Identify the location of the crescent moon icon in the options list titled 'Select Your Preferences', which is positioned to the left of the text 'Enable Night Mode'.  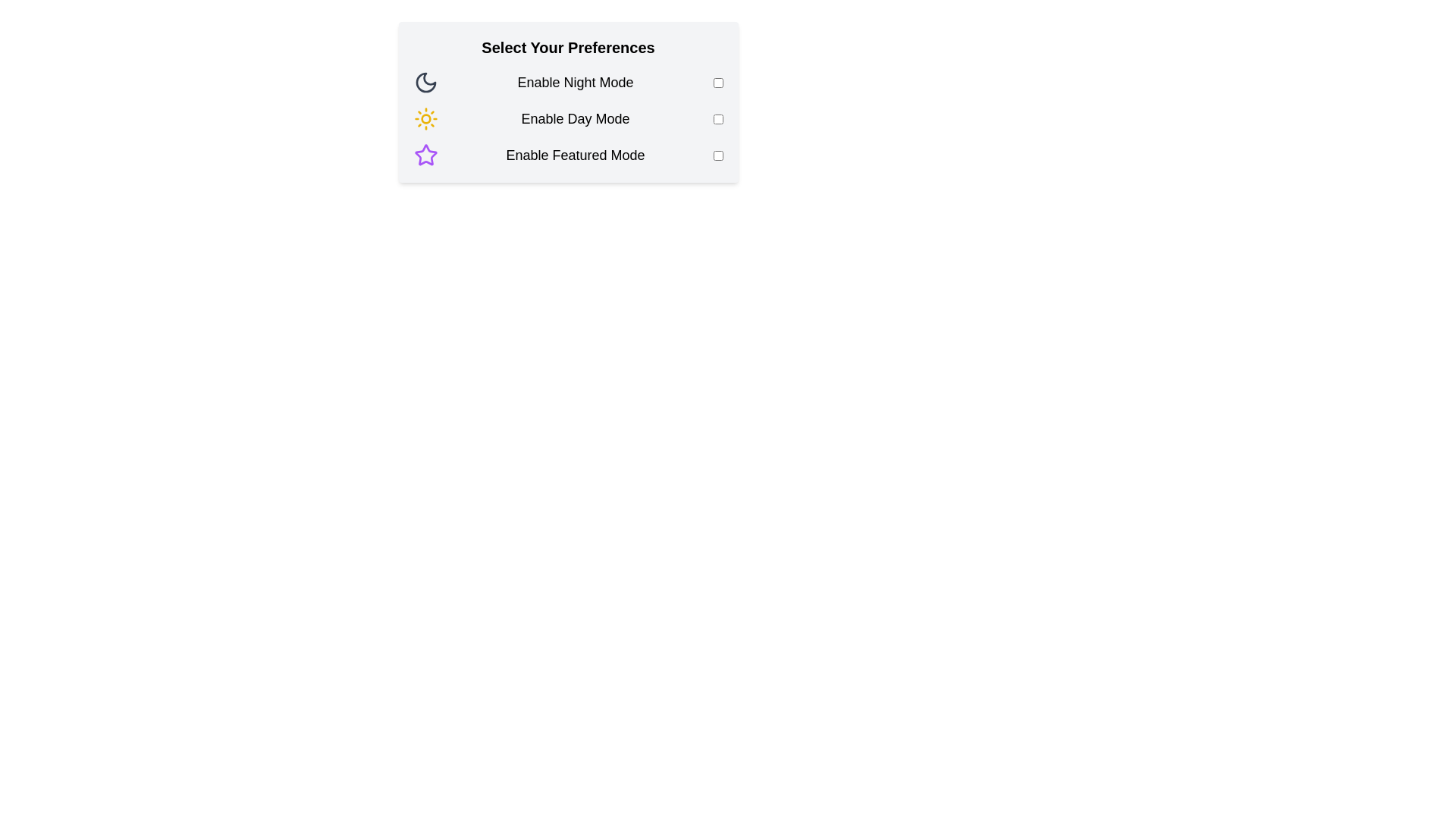
(425, 82).